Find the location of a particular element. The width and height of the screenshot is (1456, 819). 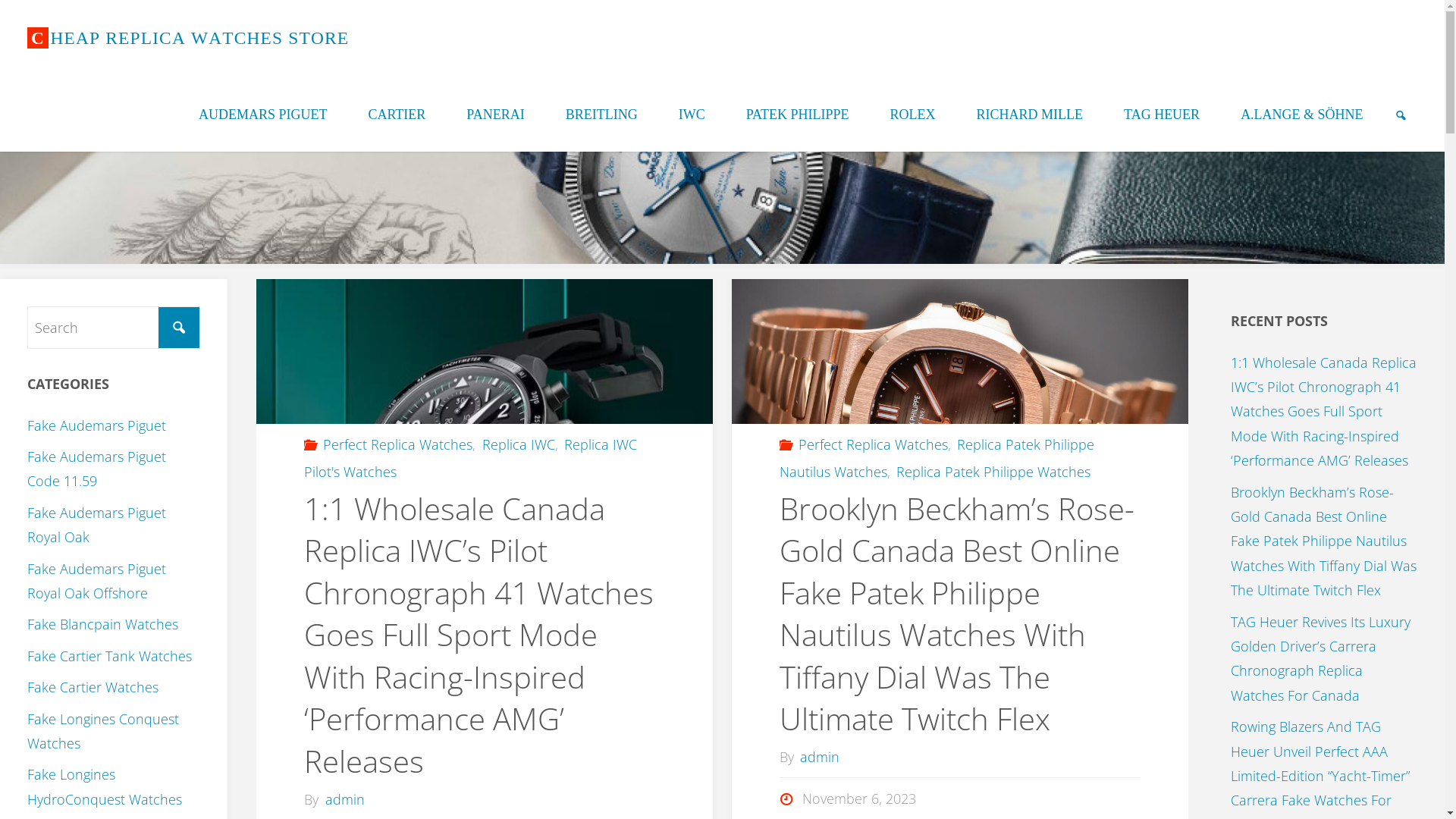

'IWC' is located at coordinates (658, 113).